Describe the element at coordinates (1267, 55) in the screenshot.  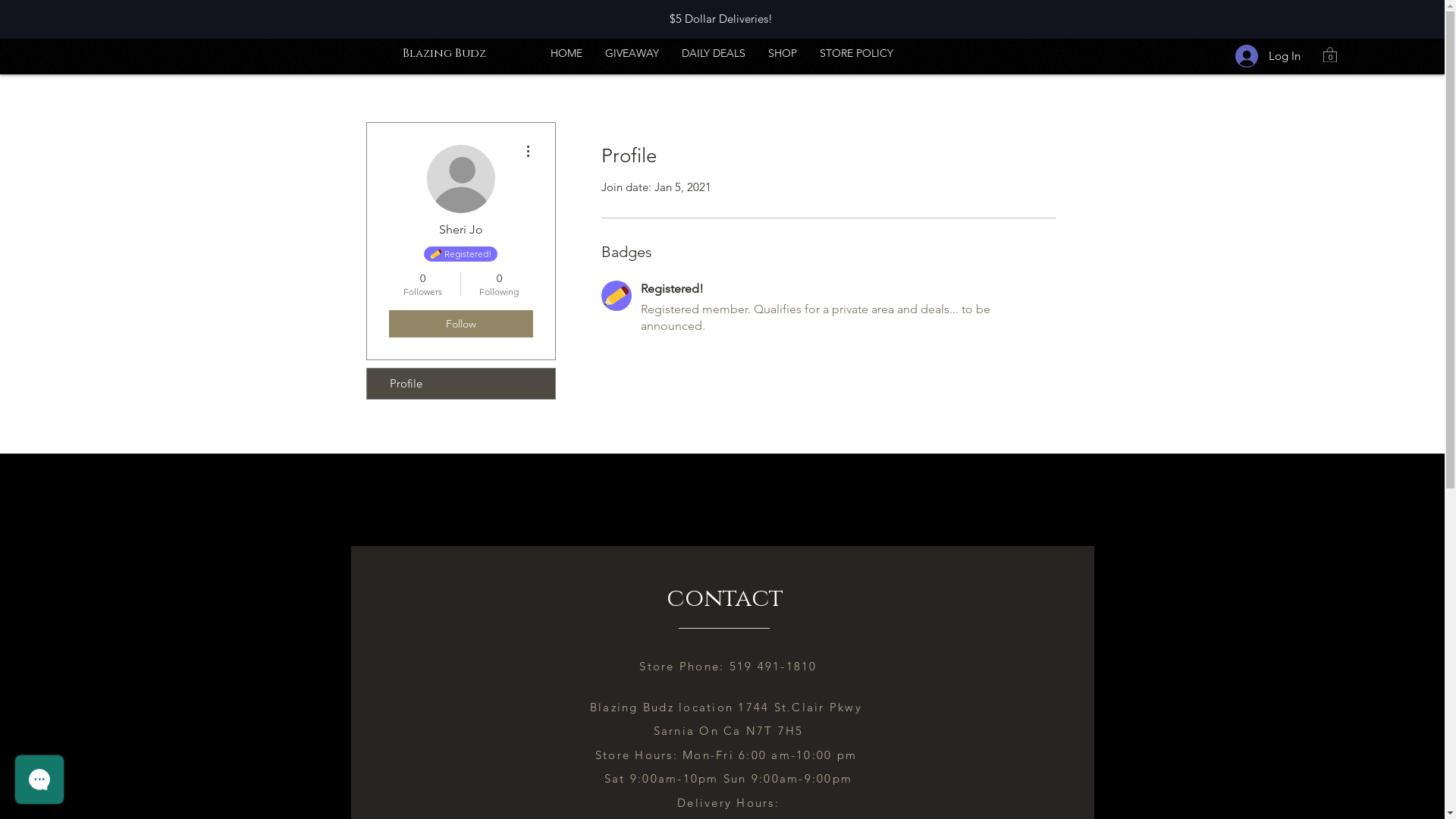
I see `'Log In'` at that location.